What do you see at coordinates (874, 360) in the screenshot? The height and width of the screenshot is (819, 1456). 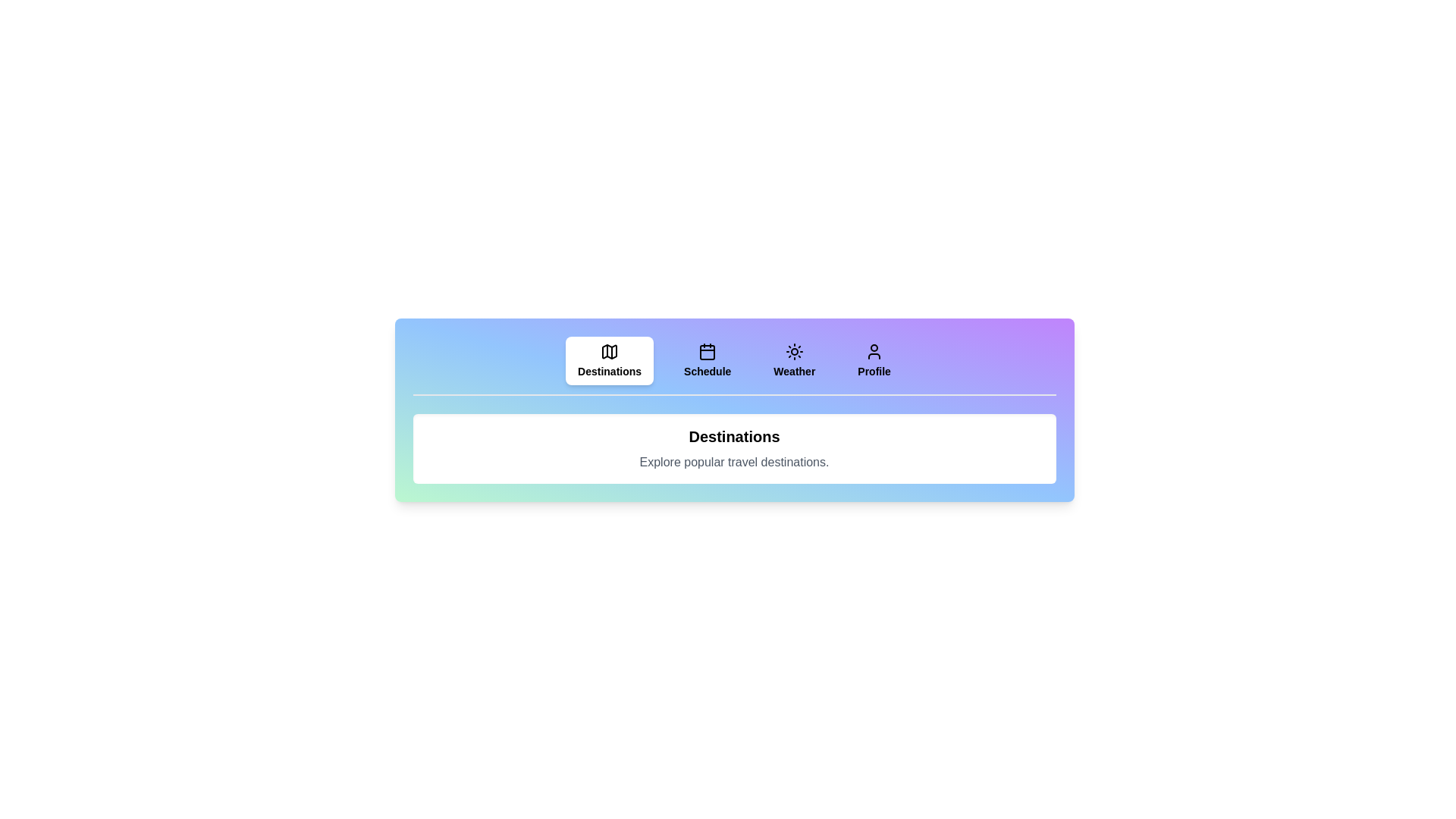 I see `the Profile tab to see its hover effect` at bounding box center [874, 360].